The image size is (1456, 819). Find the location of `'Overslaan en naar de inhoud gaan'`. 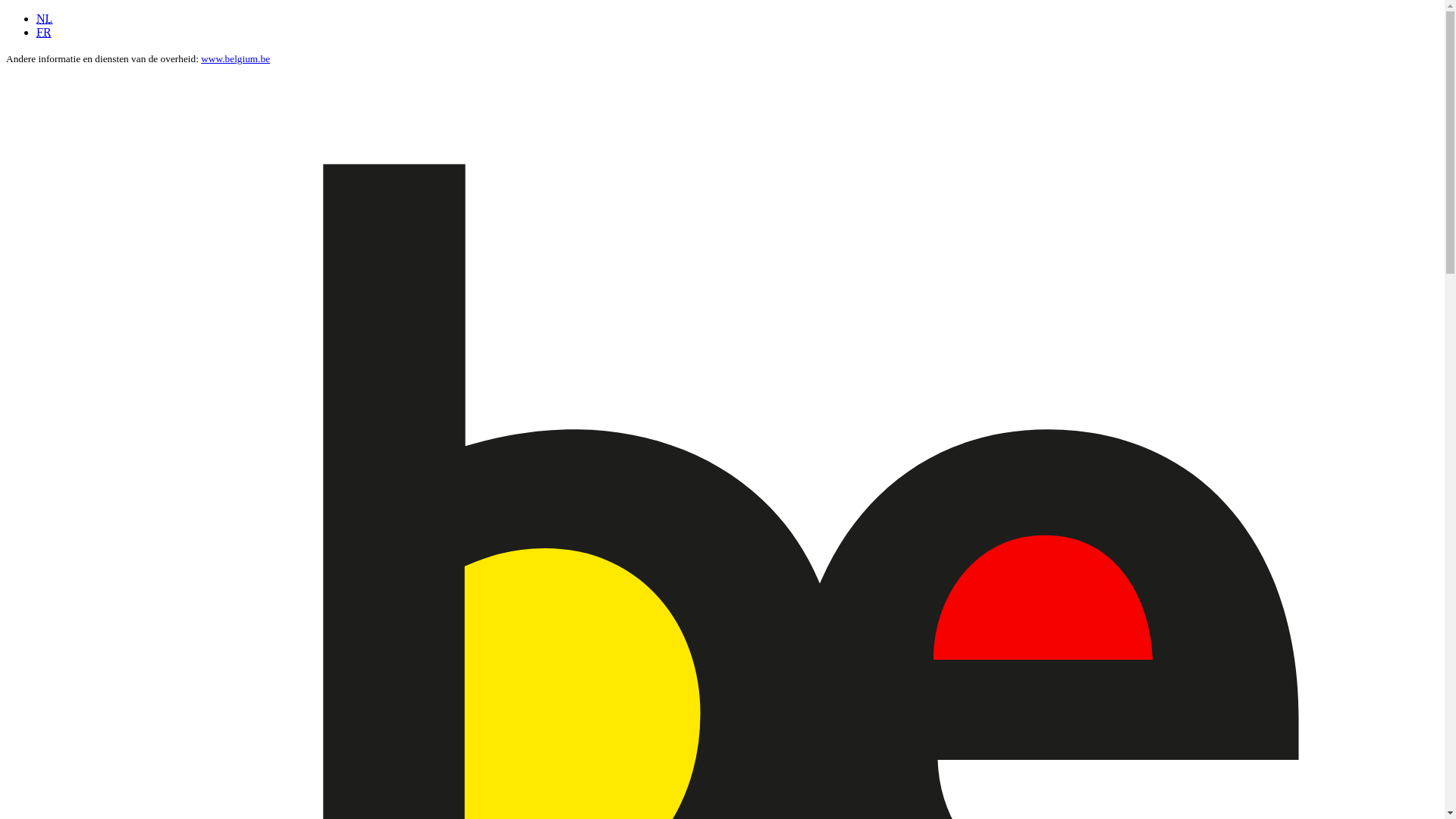

'Overslaan en naar de inhoud gaan' is located at coordinates (6, 12).